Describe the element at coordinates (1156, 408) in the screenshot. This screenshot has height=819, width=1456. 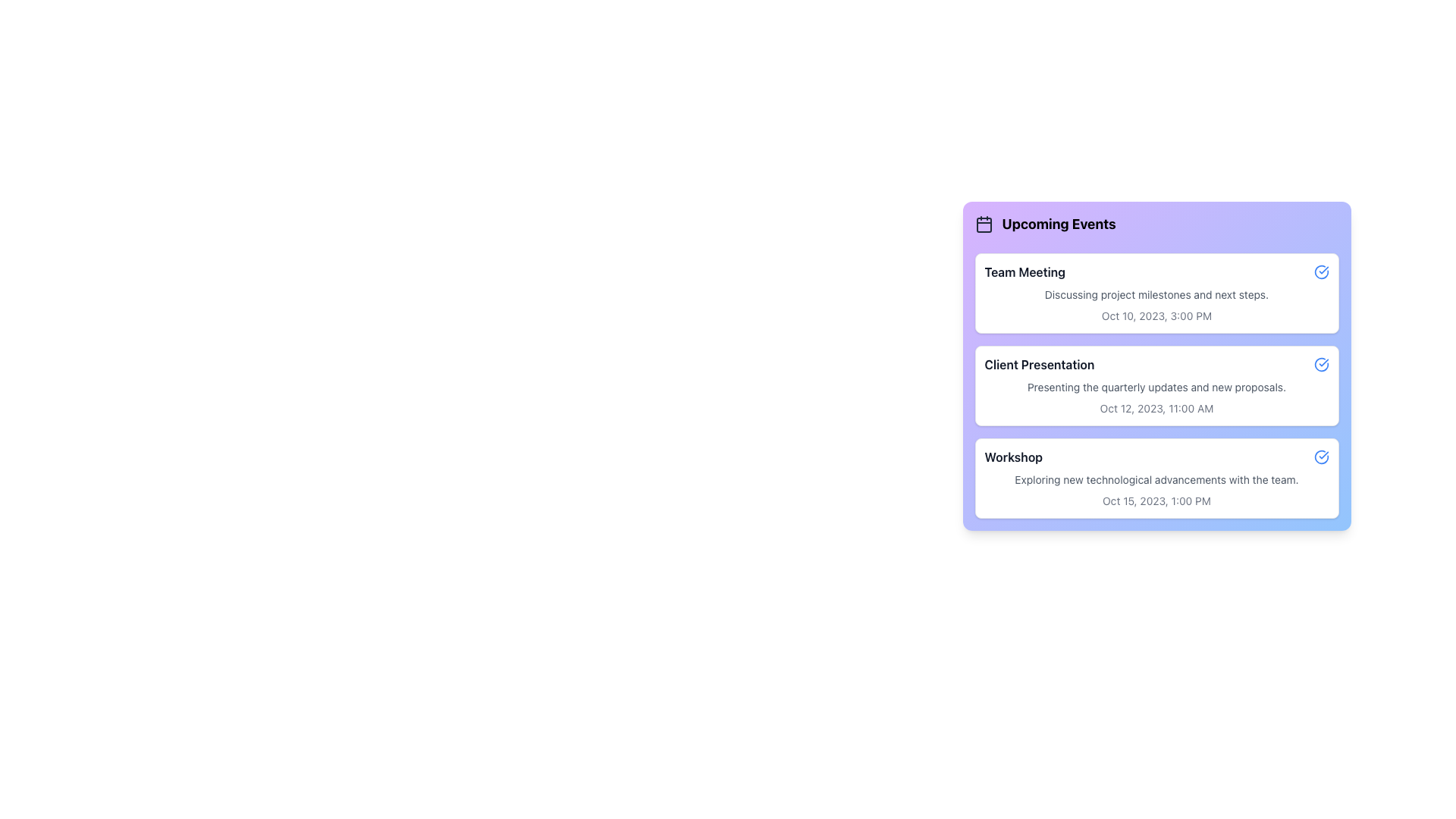
I see `details of the Text Label indicating the scheduled date and time of the event titled 'Client Presentation', which is the third text element from the top within the event card` at that location.